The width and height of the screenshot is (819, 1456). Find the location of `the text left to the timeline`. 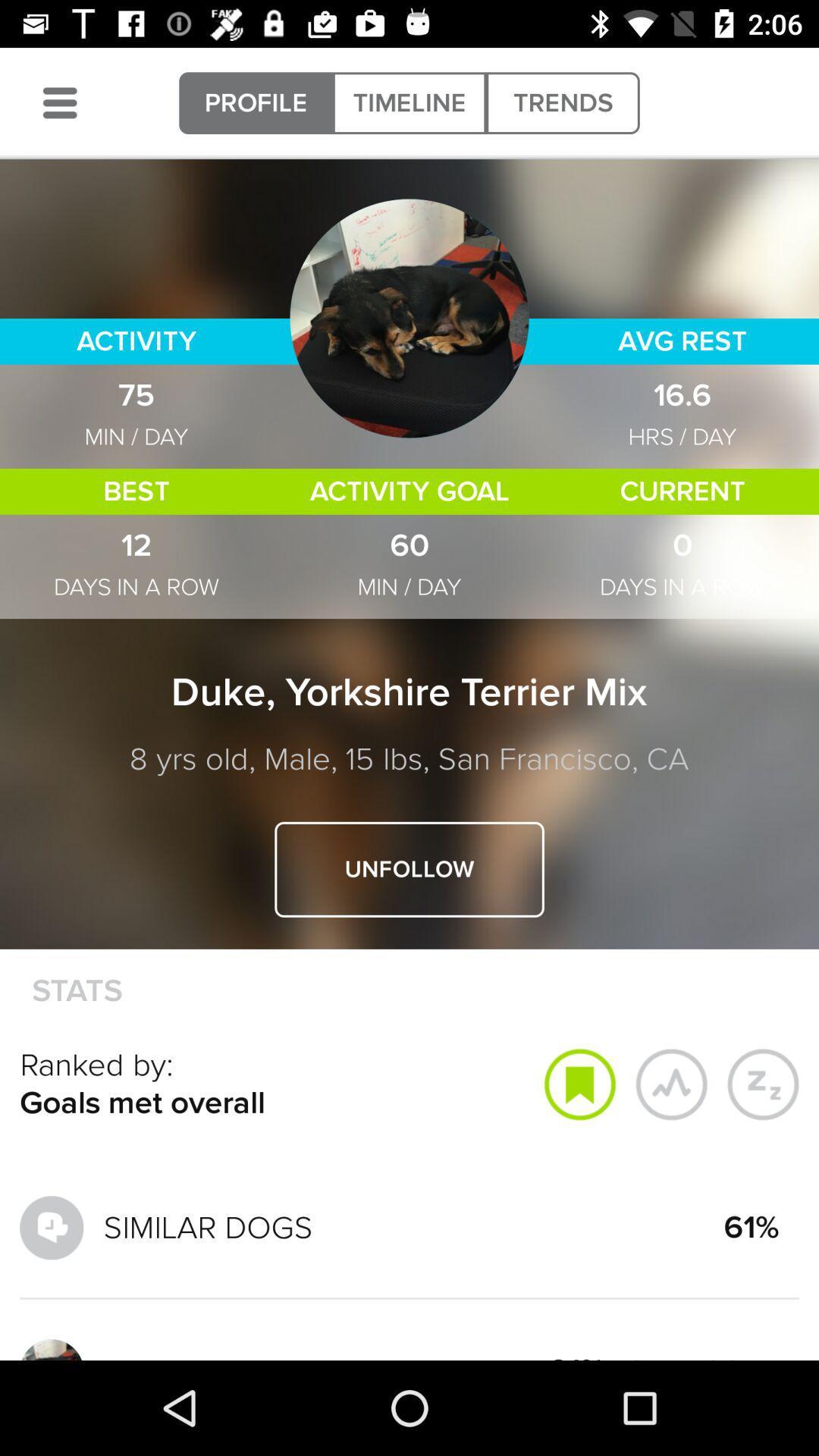

the text left to the timeline is located at coordinates (255, 102).